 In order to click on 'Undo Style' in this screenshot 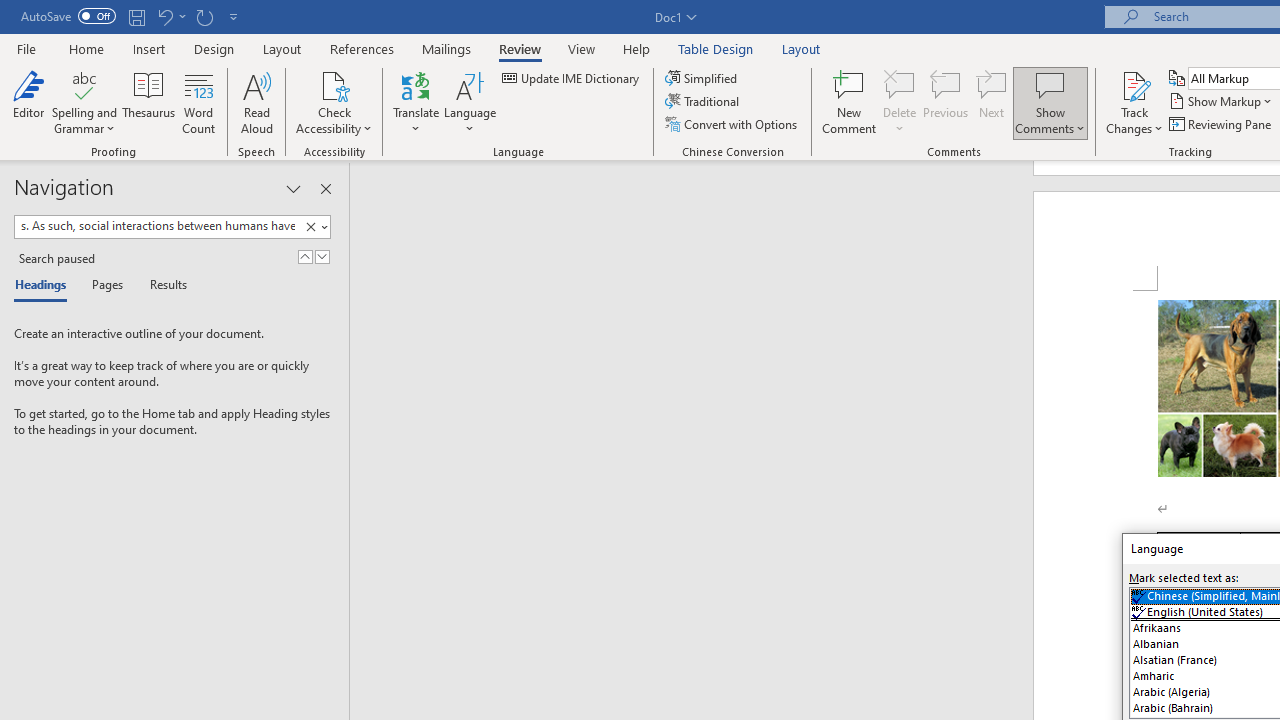, I will do `click(170, 16)`.